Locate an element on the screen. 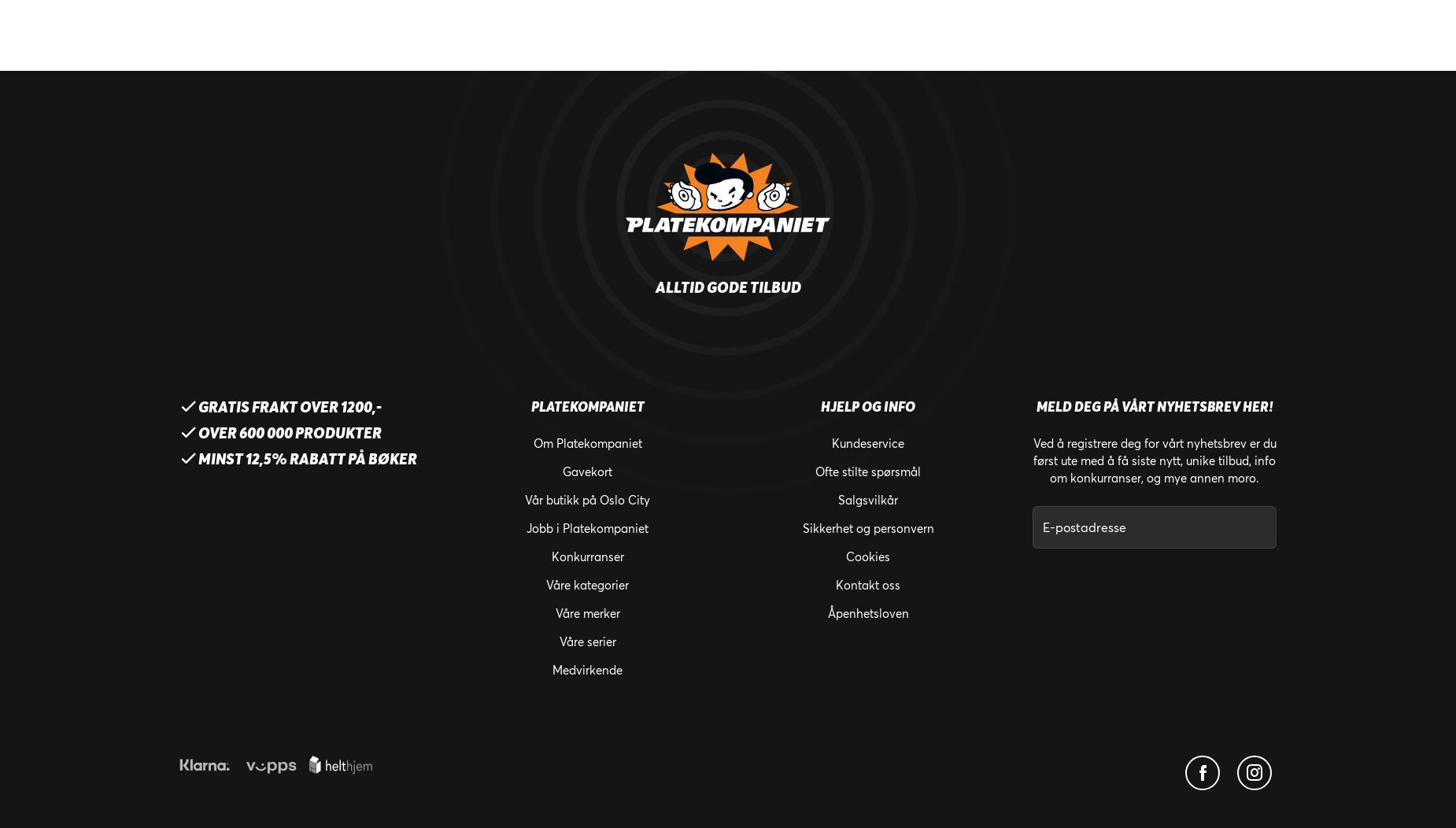  'Om Platekompaniet' is located at coordinates (586, 443).